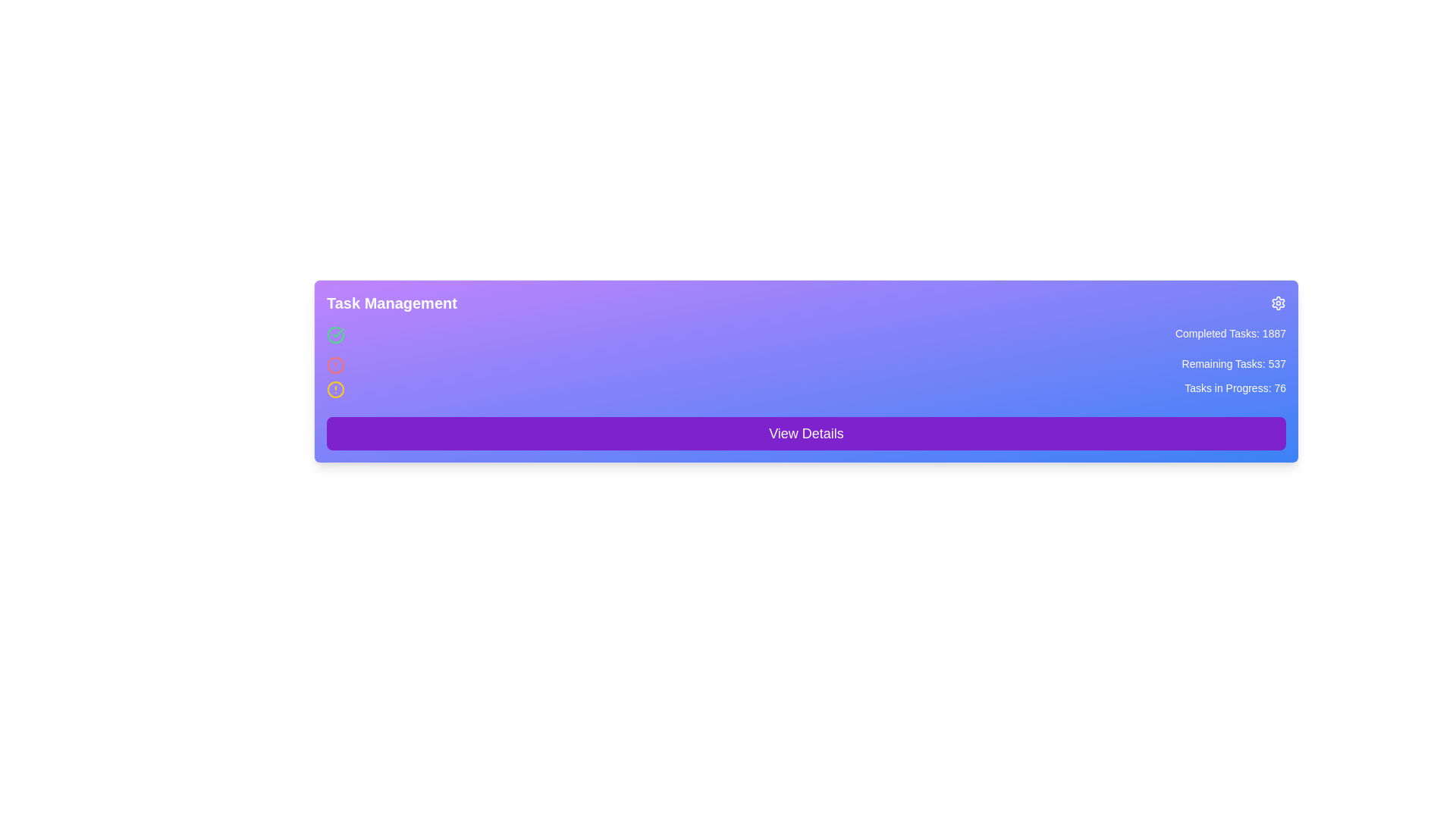  What do you see at coordinates (334, 334) in the screenshot?
I see `the hollow circular decorative icon with a thick stroke and a light green check mark on the right side, located in the 'Task Management' section` at bounding box center [334, 334].